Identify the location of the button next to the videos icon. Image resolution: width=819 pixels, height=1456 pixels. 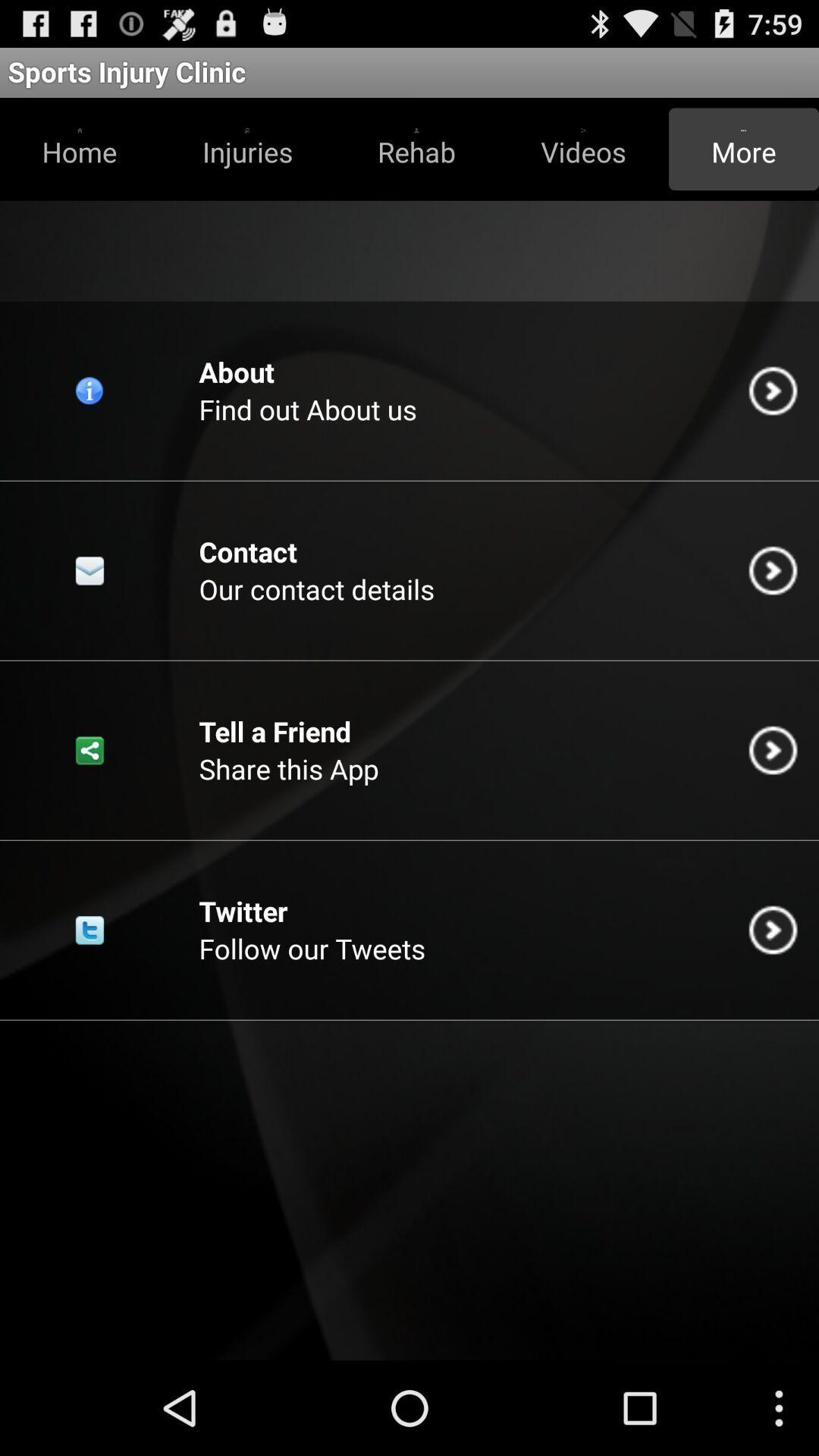
(416, 149).